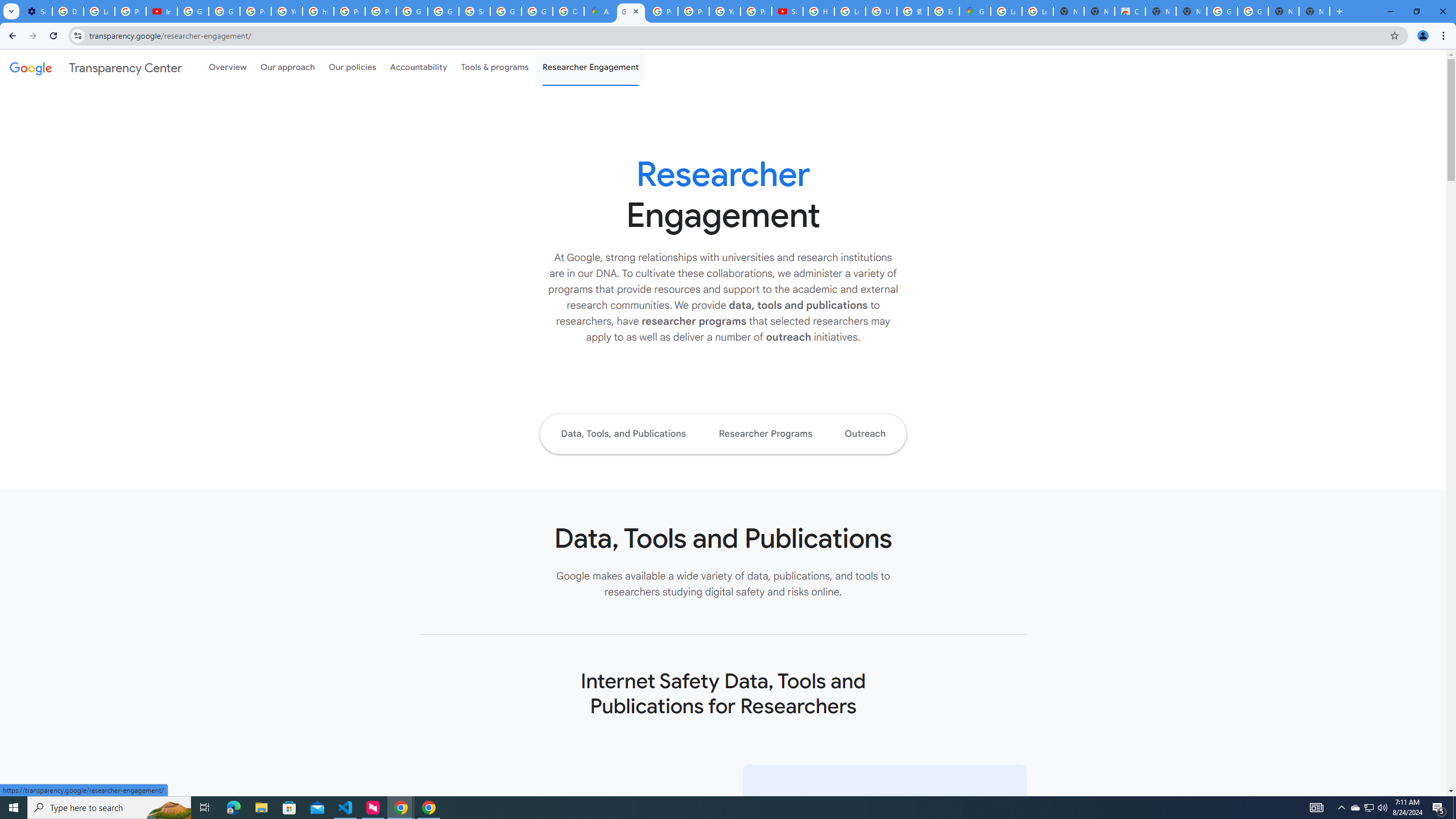 This screenshot has height=819, width=1456. I want to click on 'Explore new street-level details - Google Maps Help', so click(943, 11).